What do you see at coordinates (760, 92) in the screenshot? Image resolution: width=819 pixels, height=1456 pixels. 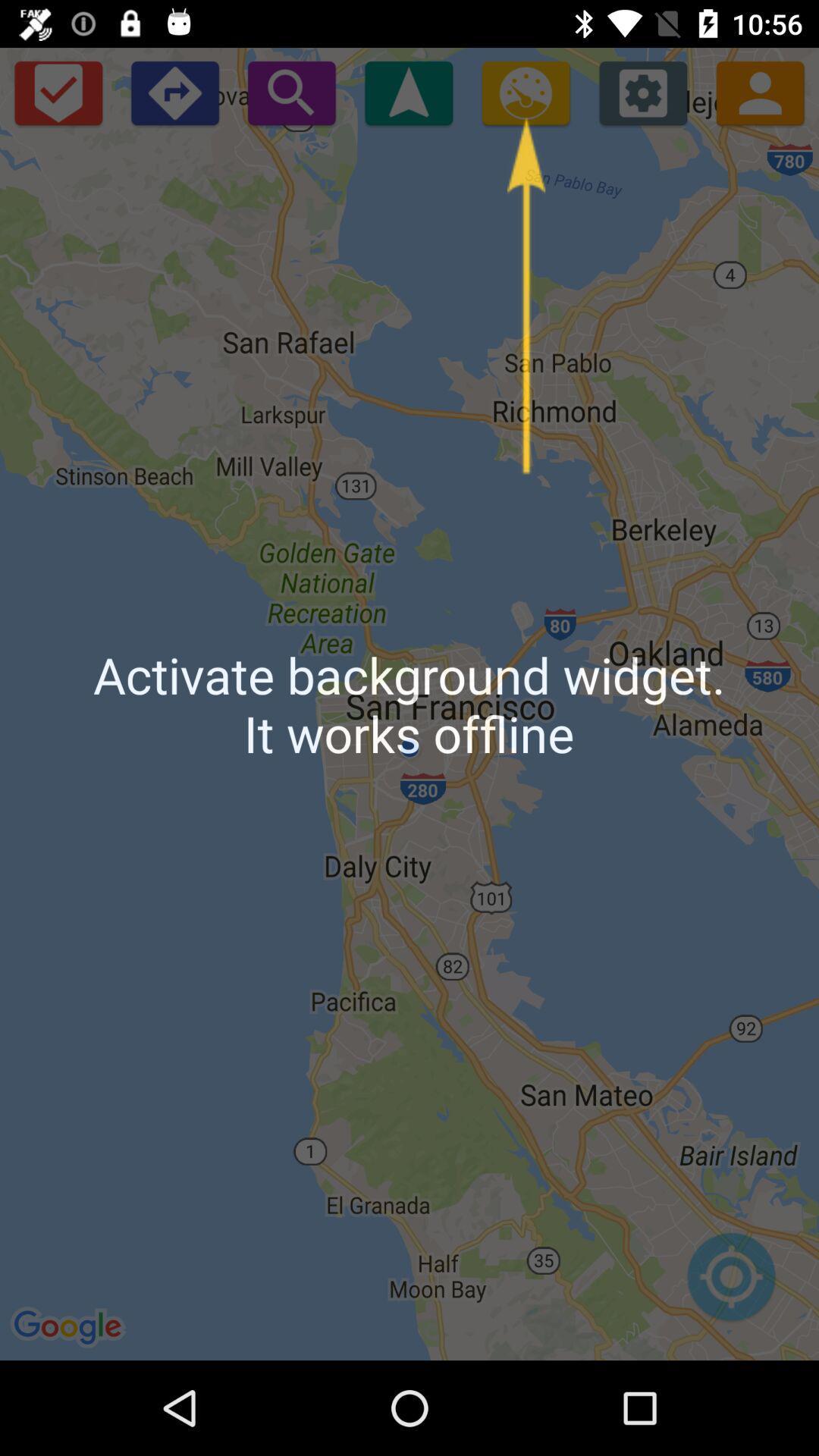 I see `your profile` at bounding box center [760, 92].